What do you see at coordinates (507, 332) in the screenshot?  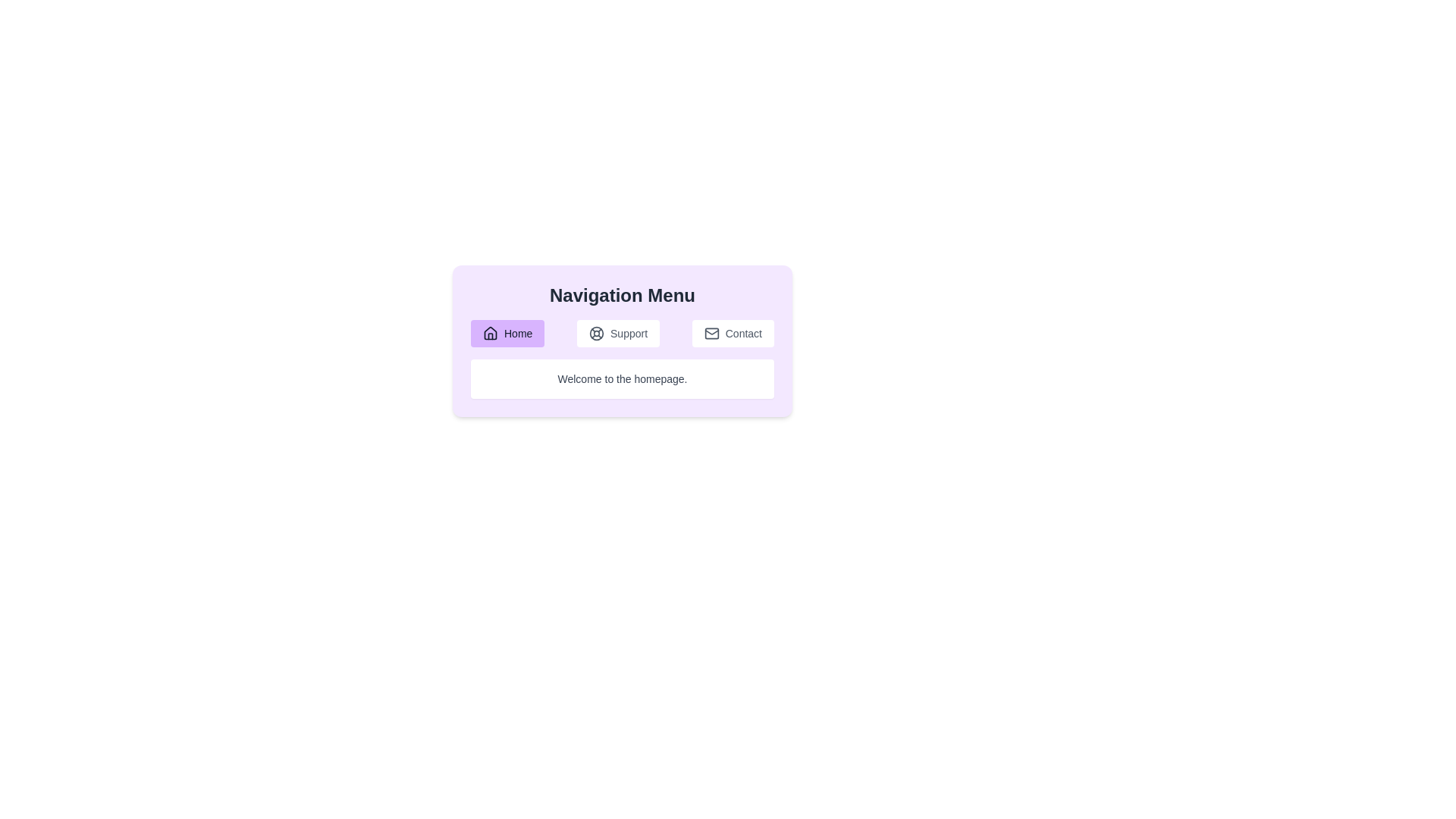 I see `the 'Home' button with a house icon in the navigation menu` at bounding box center [507, 332].